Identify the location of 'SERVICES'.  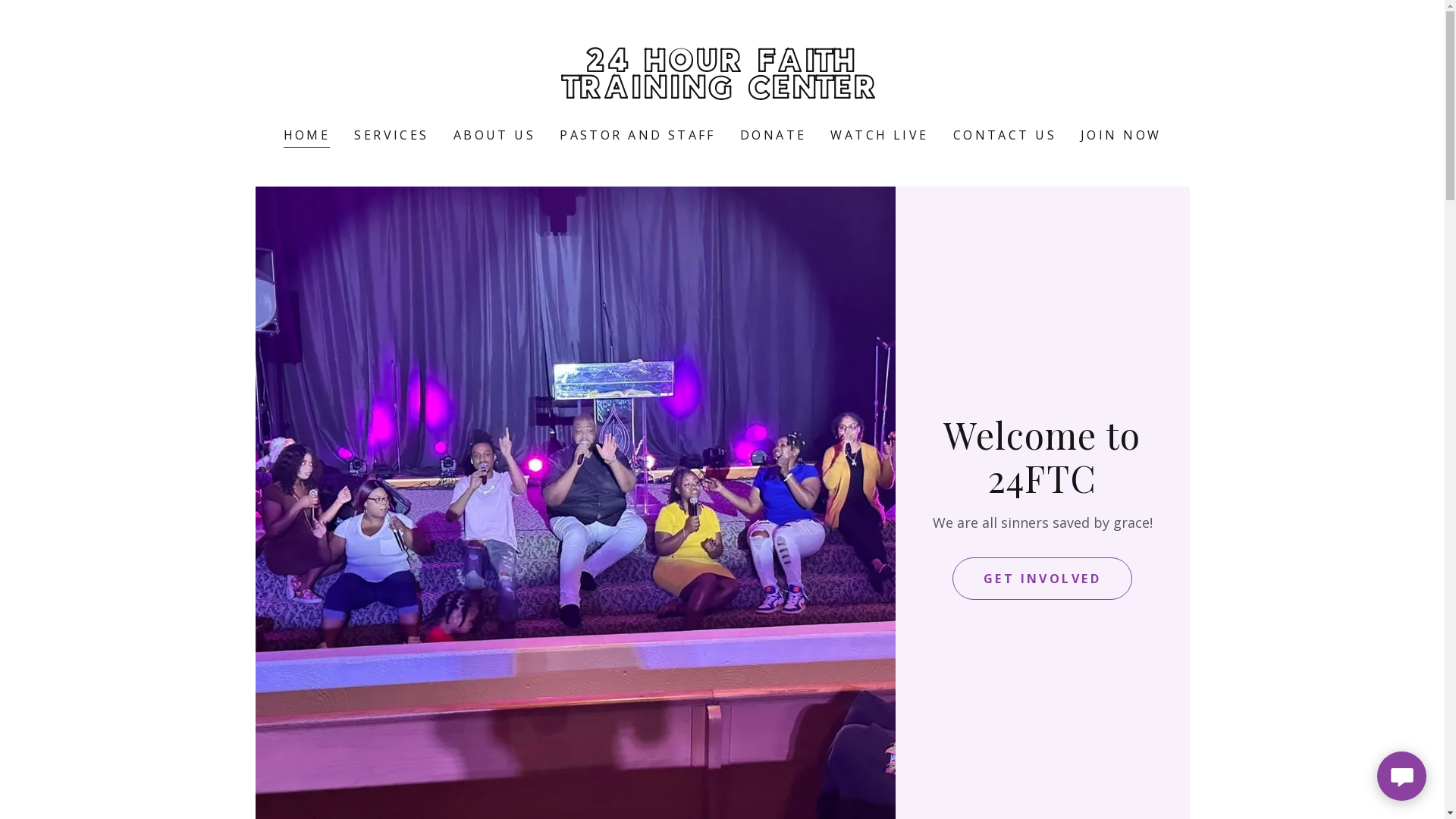
(391, 133).